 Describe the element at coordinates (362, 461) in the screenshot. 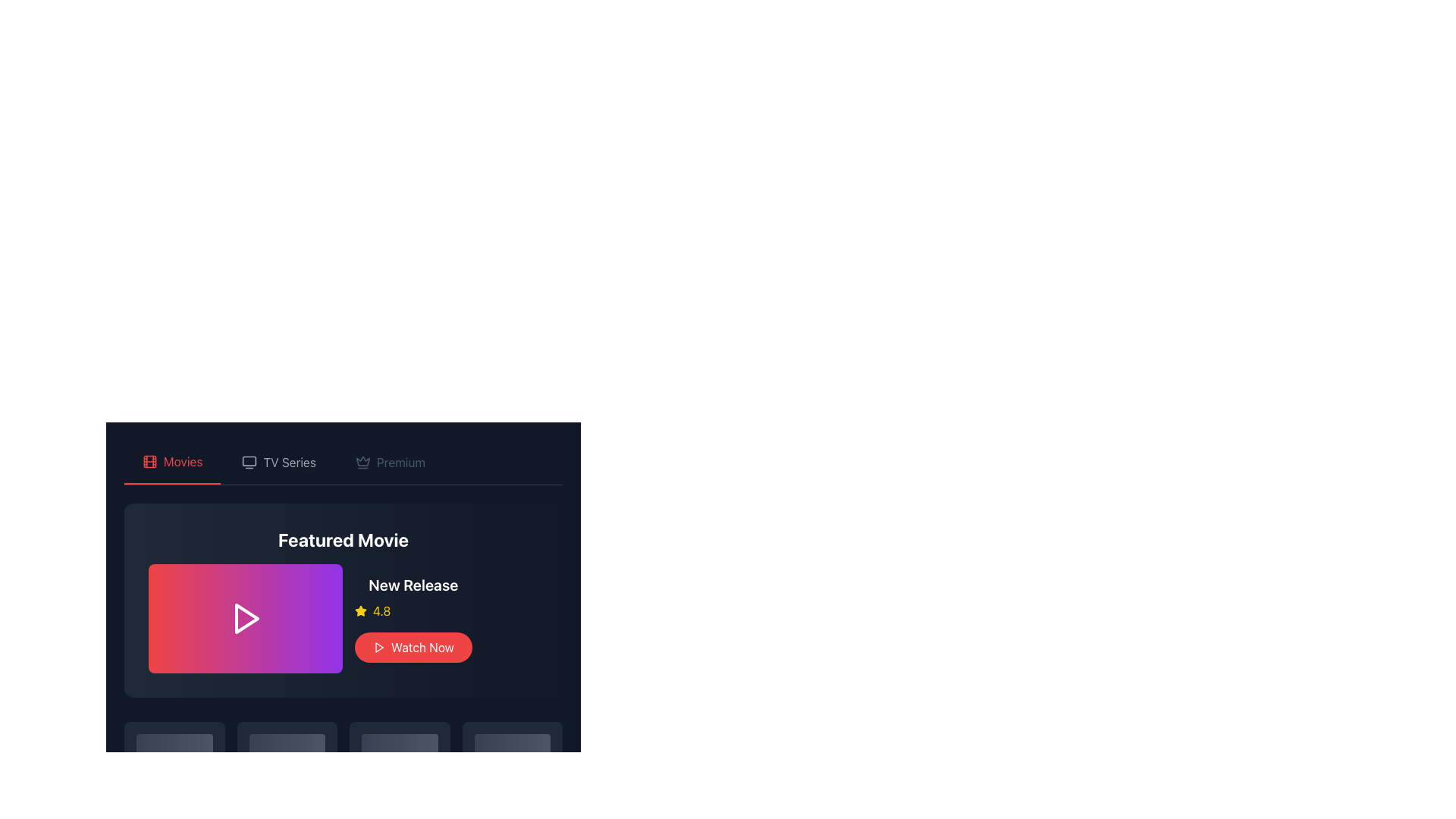

I see `the premium content icon located centrally within the navigation header, positioned to the right of the 'TV Series' tab and to the left of the 'Premium' text label` at that location.